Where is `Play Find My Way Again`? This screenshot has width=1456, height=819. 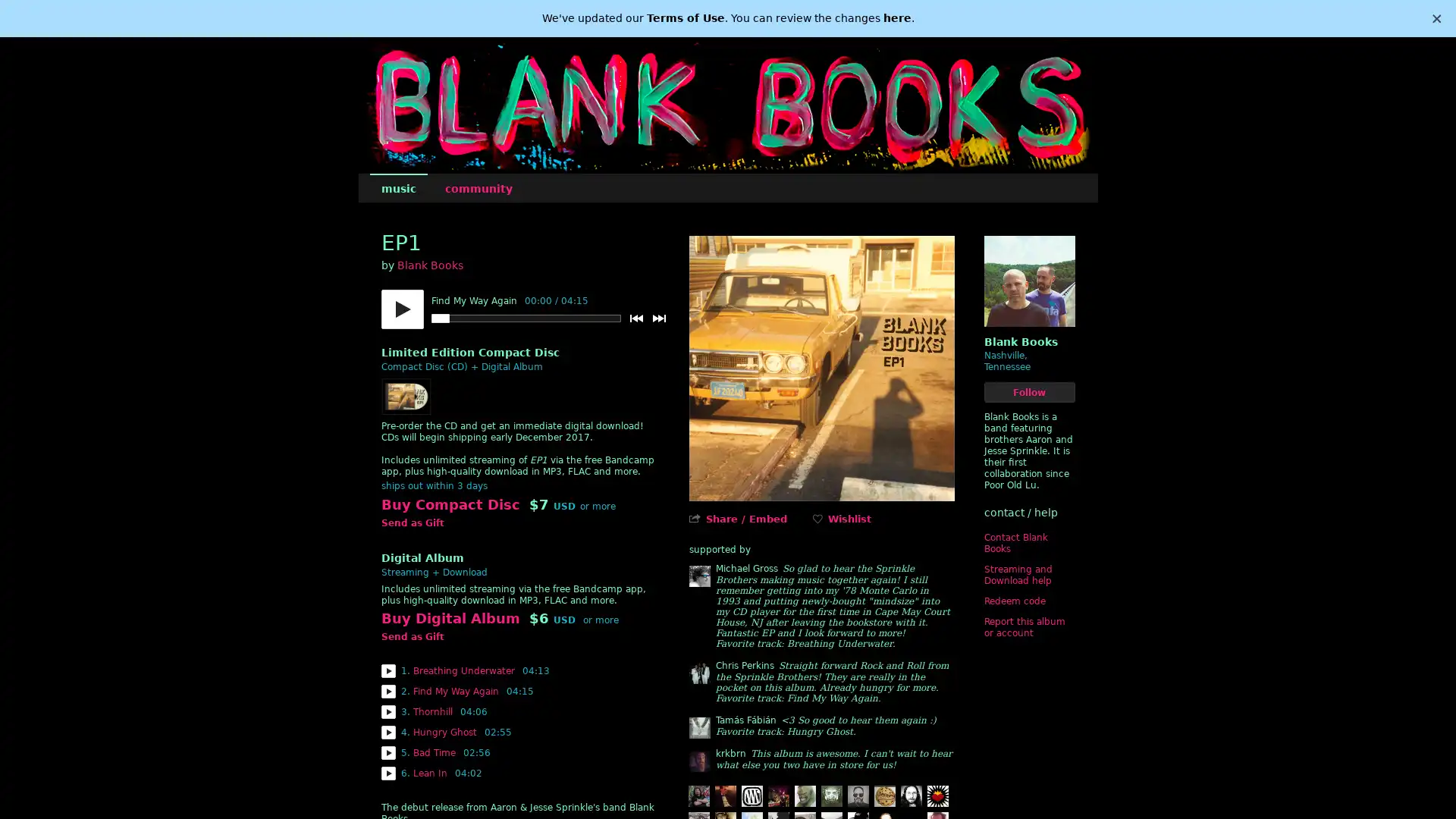
Play Find My Way Again is located at coordinates (388, 691).